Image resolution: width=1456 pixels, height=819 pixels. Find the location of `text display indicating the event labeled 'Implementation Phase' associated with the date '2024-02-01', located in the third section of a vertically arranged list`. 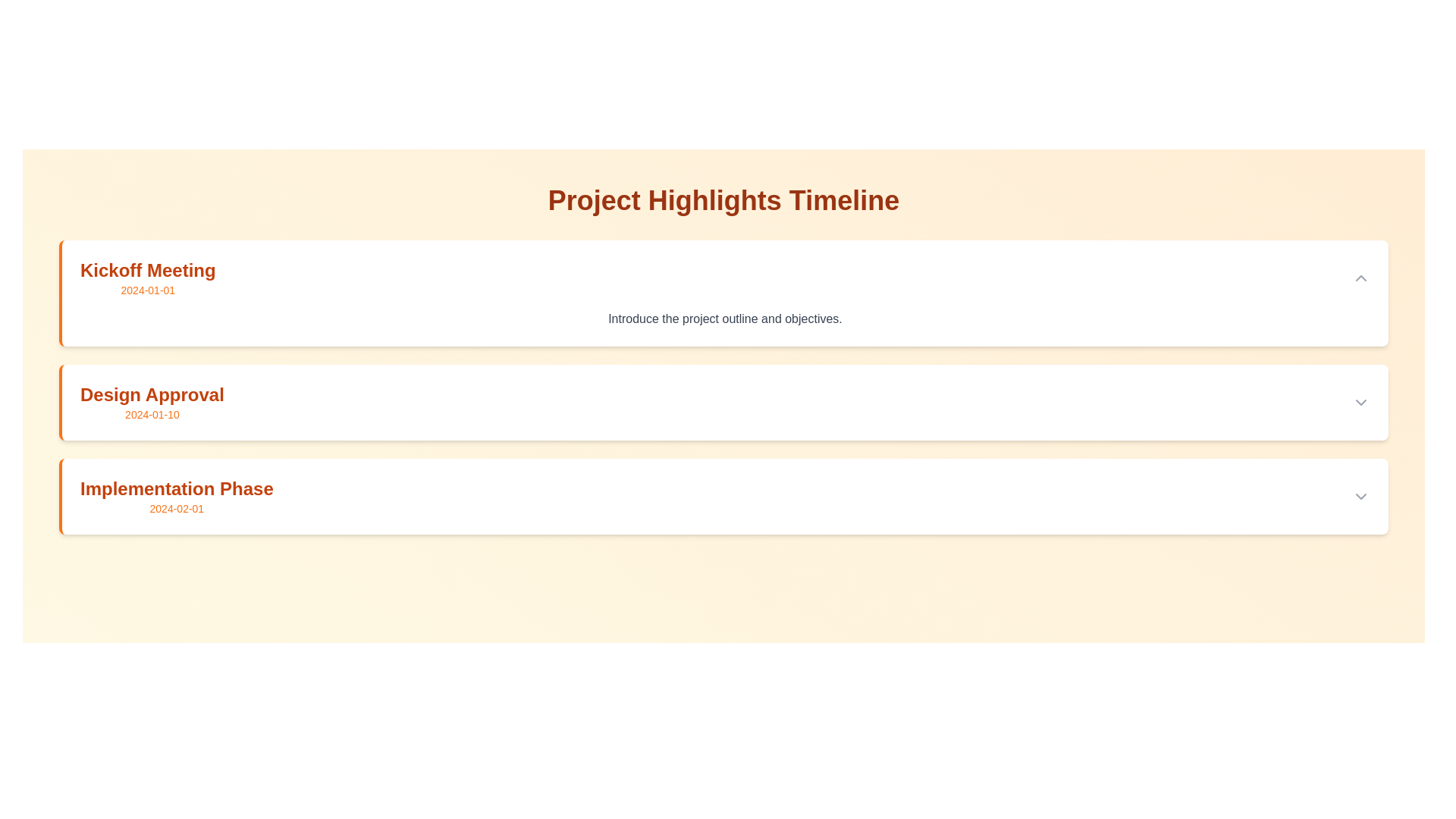

text display indicating the event labeled 'Implementation Phase' associated with the date '2024-02-01', located in the third section of a vertically arranged list is located at coordinates (177, 497).